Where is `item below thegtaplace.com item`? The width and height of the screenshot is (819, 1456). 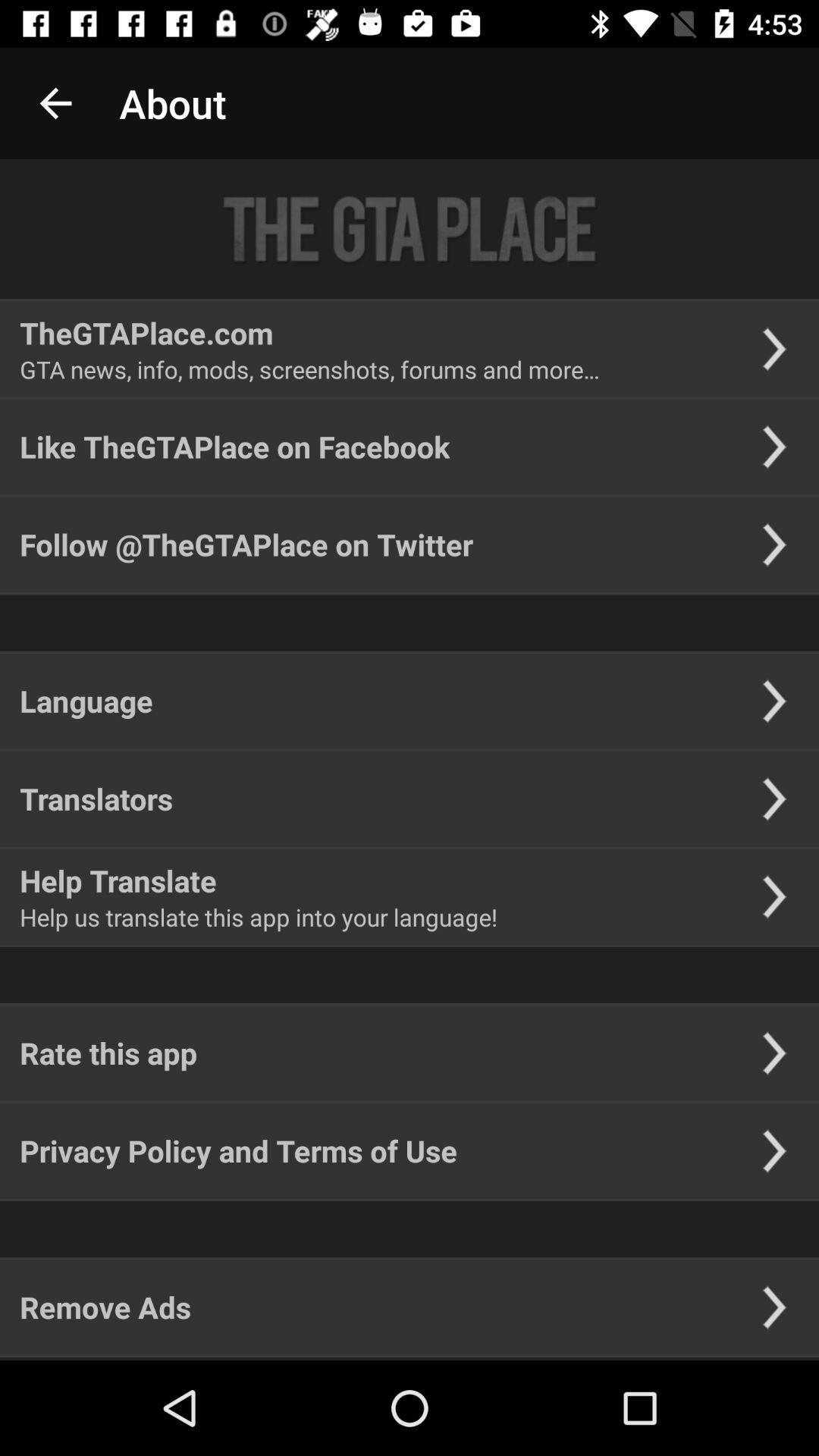 item below thegtaplace.com item is located at coordinates (309, 369).